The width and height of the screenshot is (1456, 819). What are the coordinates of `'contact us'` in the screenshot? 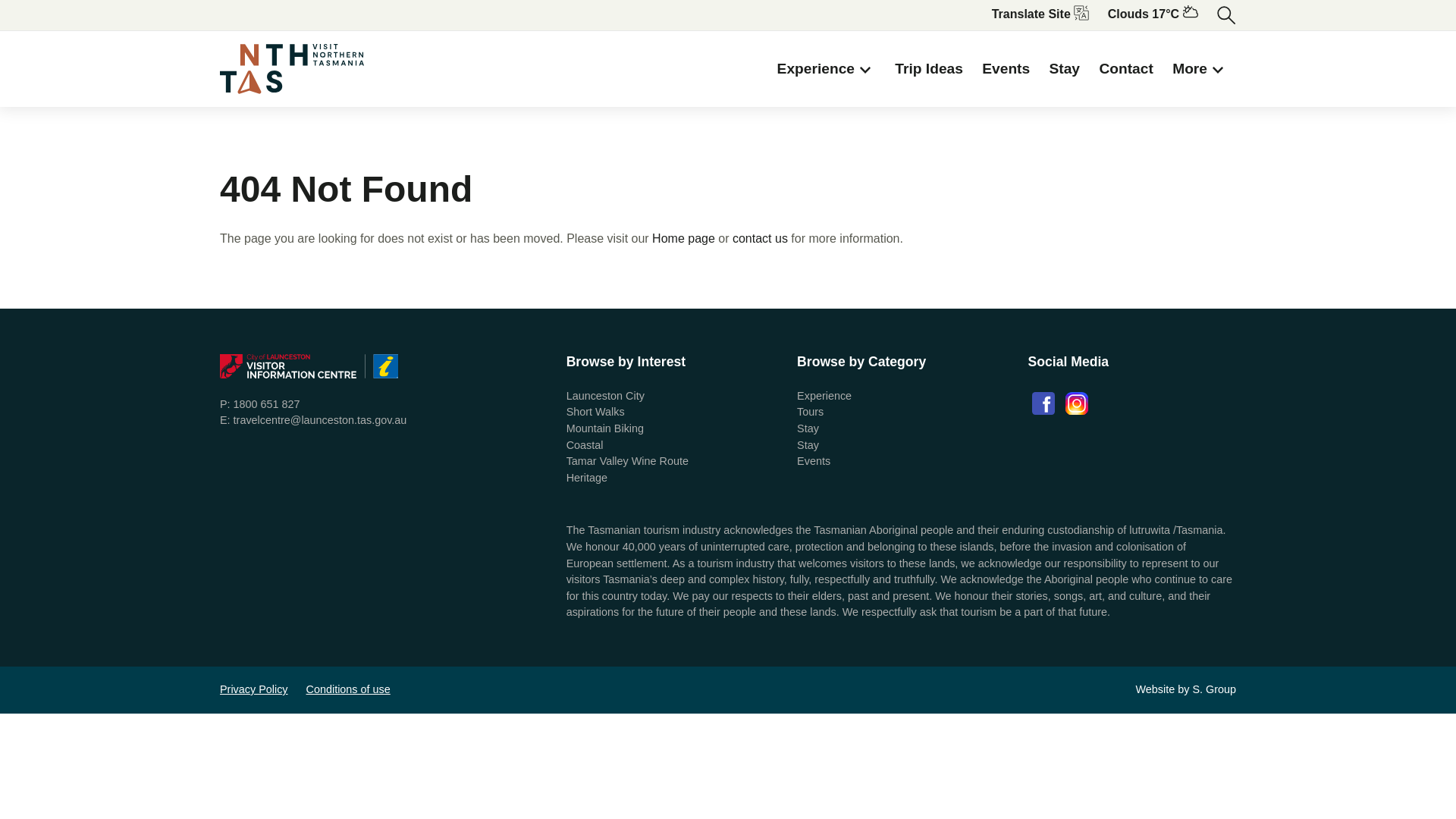 It's located at (732, 238).